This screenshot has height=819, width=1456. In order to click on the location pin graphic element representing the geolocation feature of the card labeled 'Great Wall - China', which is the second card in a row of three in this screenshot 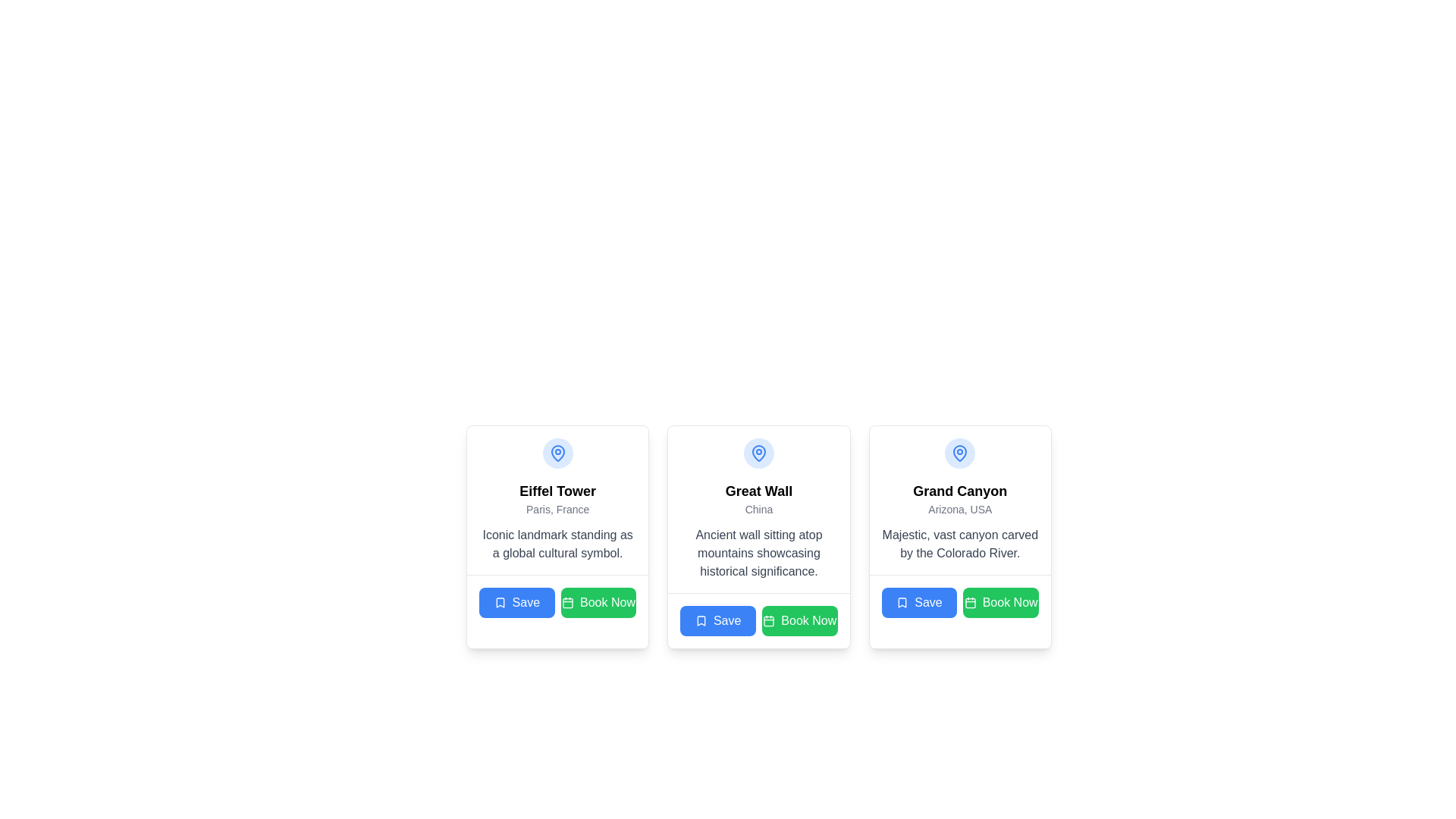, I will do `click(557, 452)`.